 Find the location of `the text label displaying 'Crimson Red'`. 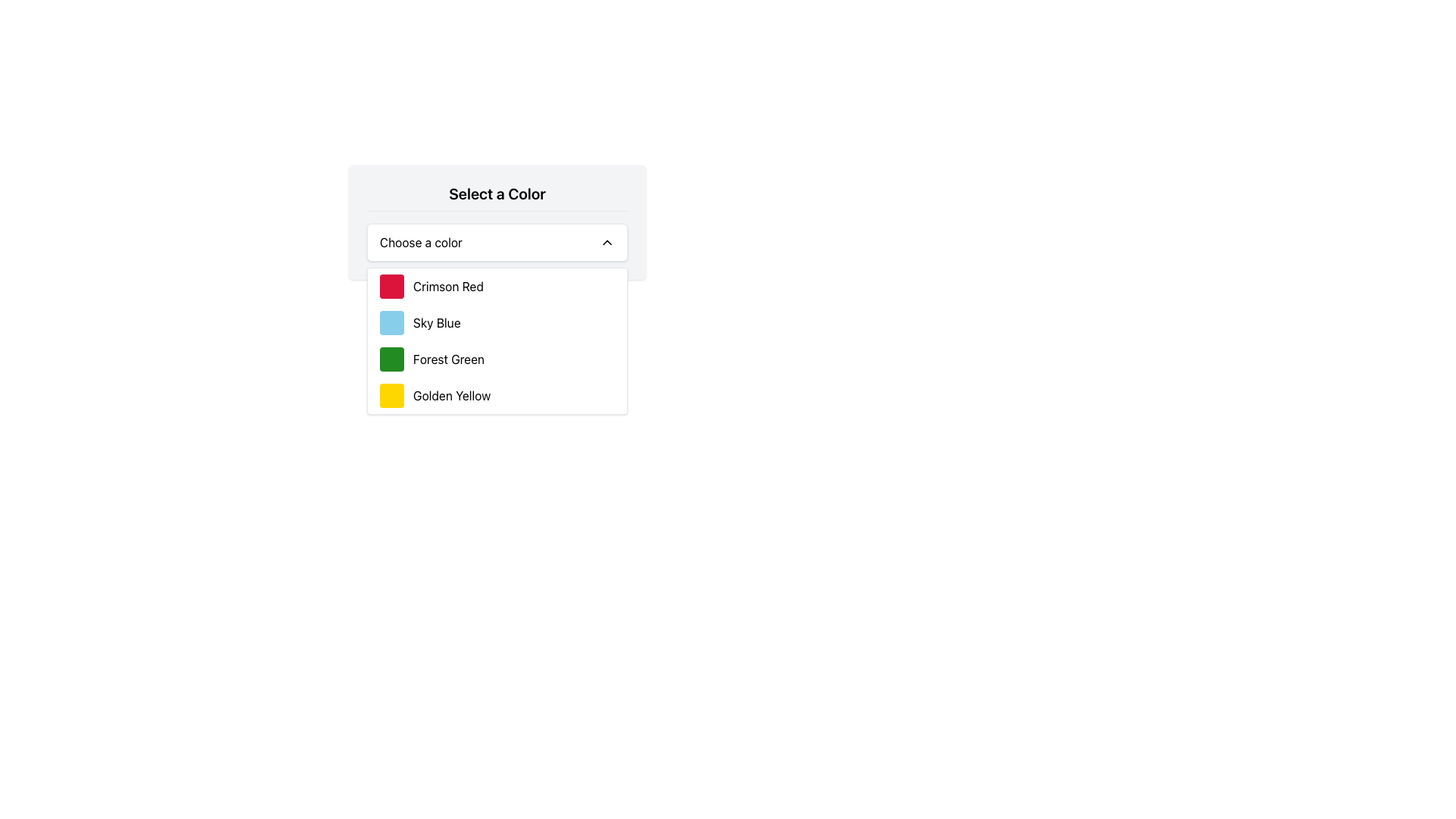

the text label displaying 'Crimson Red' is located at coordinates (447, 287).